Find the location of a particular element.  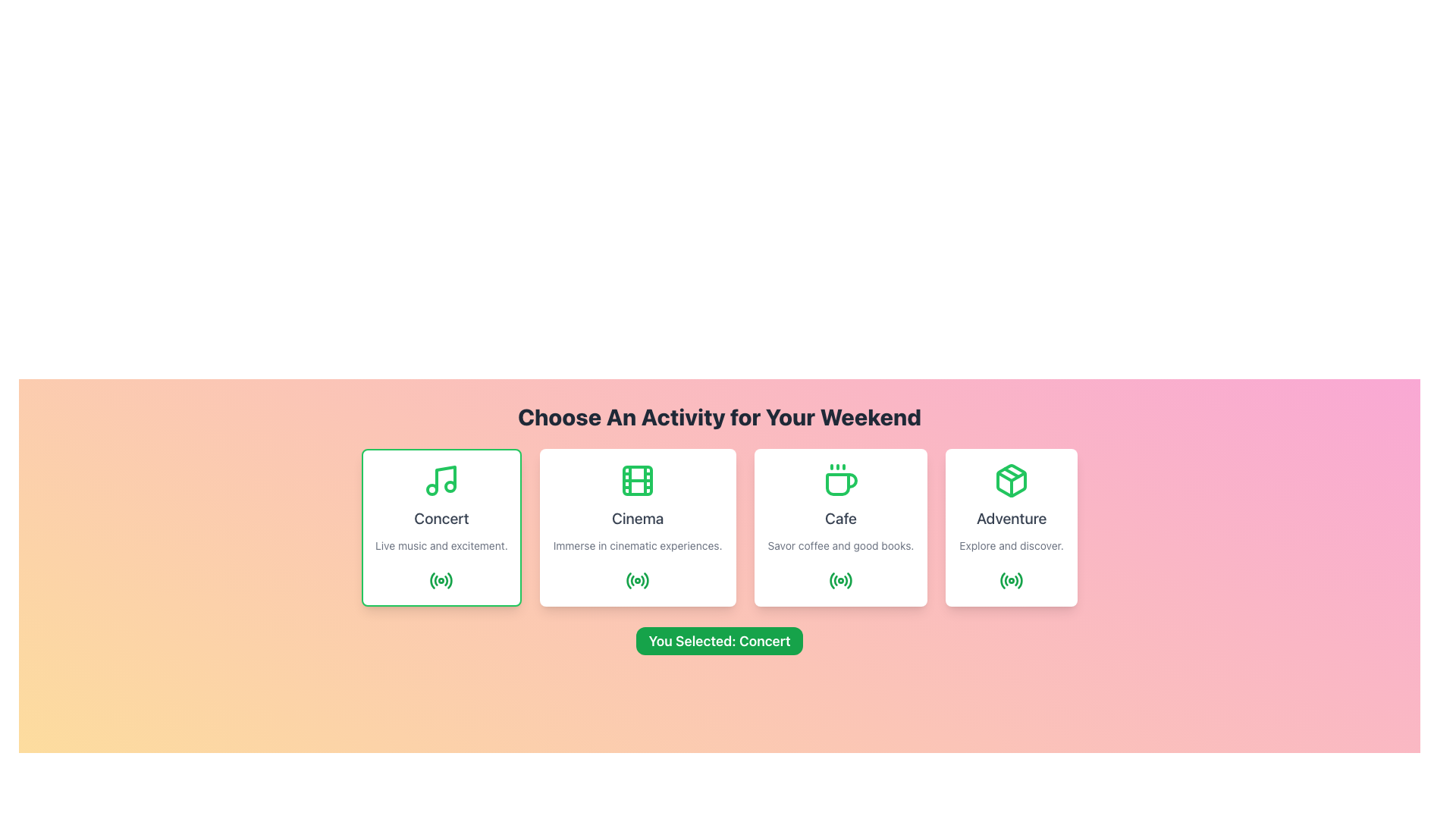

the static label displaying the text 'Explore and discover.' which is located below the title 'Adventure' in the card layout is located at coordinates (1012, 546).